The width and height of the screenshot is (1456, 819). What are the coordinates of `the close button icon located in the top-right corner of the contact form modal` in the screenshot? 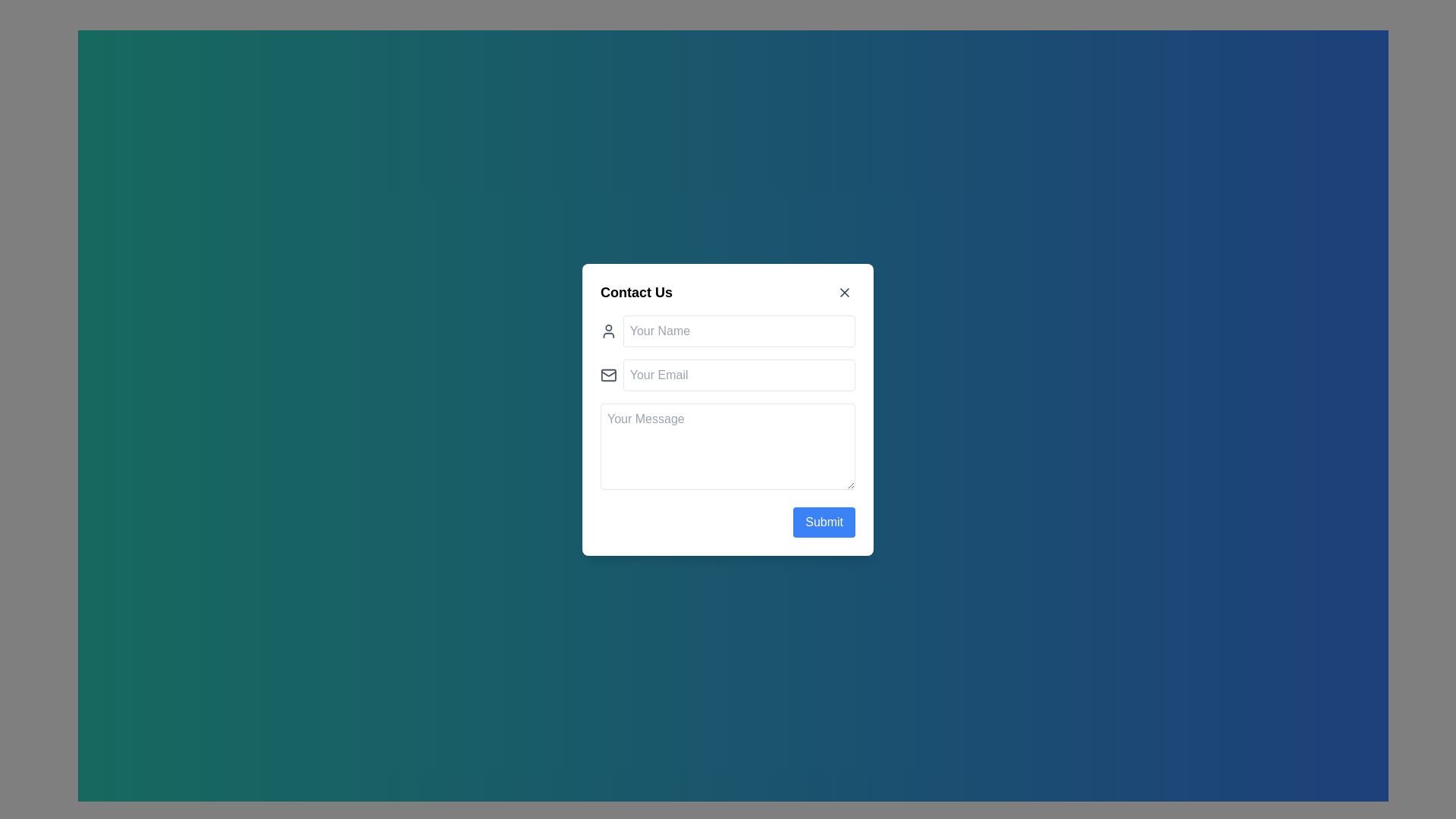 It's located at (843, 292).